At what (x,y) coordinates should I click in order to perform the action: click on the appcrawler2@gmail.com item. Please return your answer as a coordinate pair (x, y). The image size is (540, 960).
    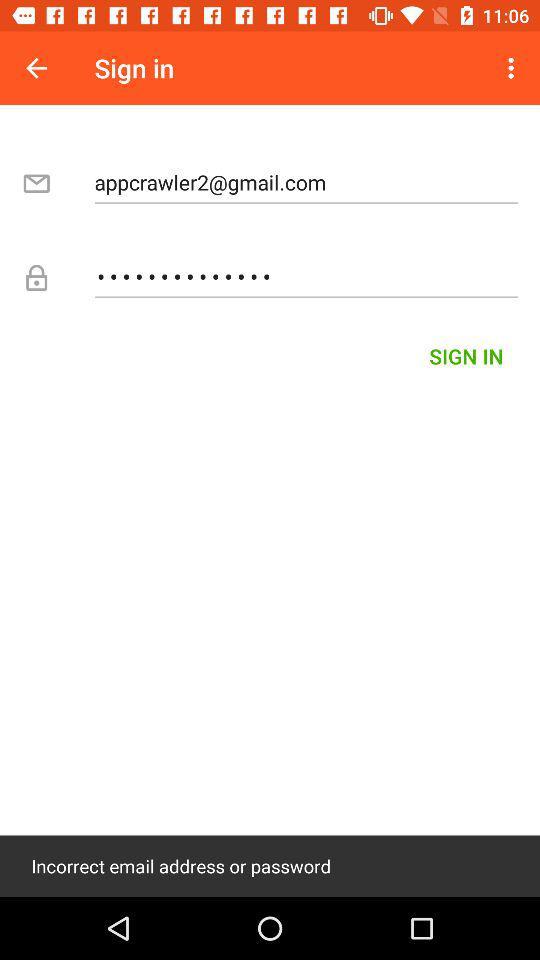
    Looking at the image, I should click on (306, 182).